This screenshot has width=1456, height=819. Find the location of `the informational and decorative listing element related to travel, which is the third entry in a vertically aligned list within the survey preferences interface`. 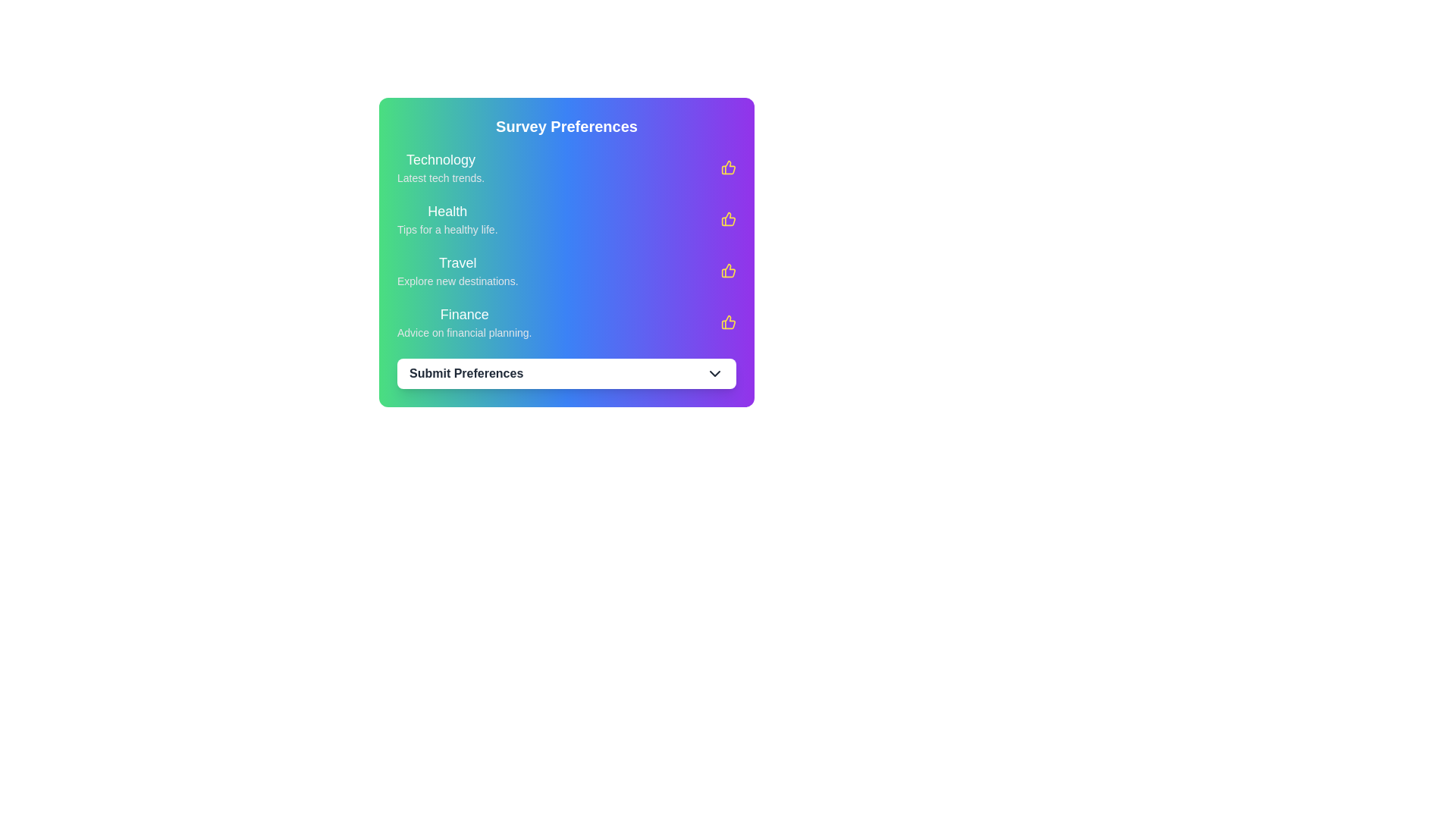

the informational and decorative listing element related to travel, which is the third entry in a vertically aligned list within the survey preferences interface is located at coordinates (457, 270).